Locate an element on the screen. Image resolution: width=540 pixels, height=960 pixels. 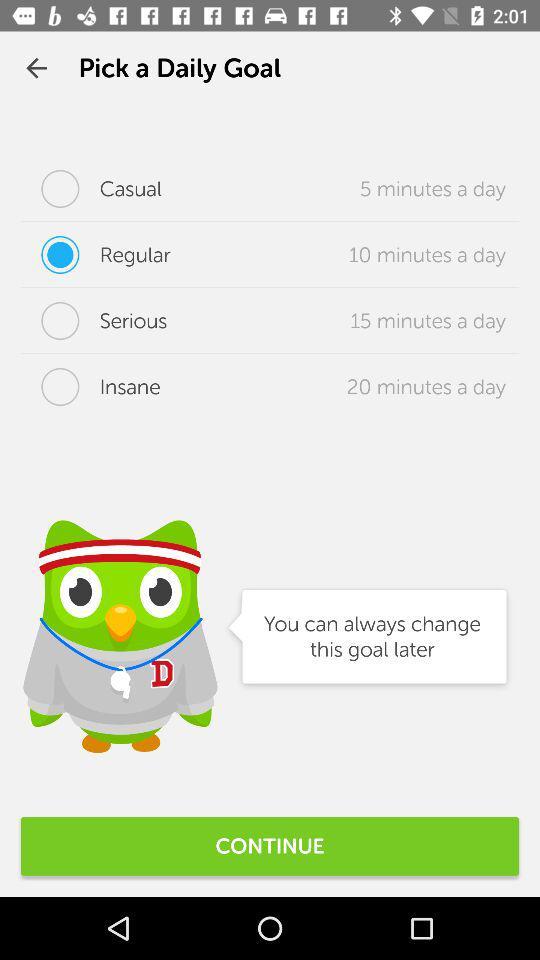
the app next to the pick a daily icon is located at coordinates (36, 68).